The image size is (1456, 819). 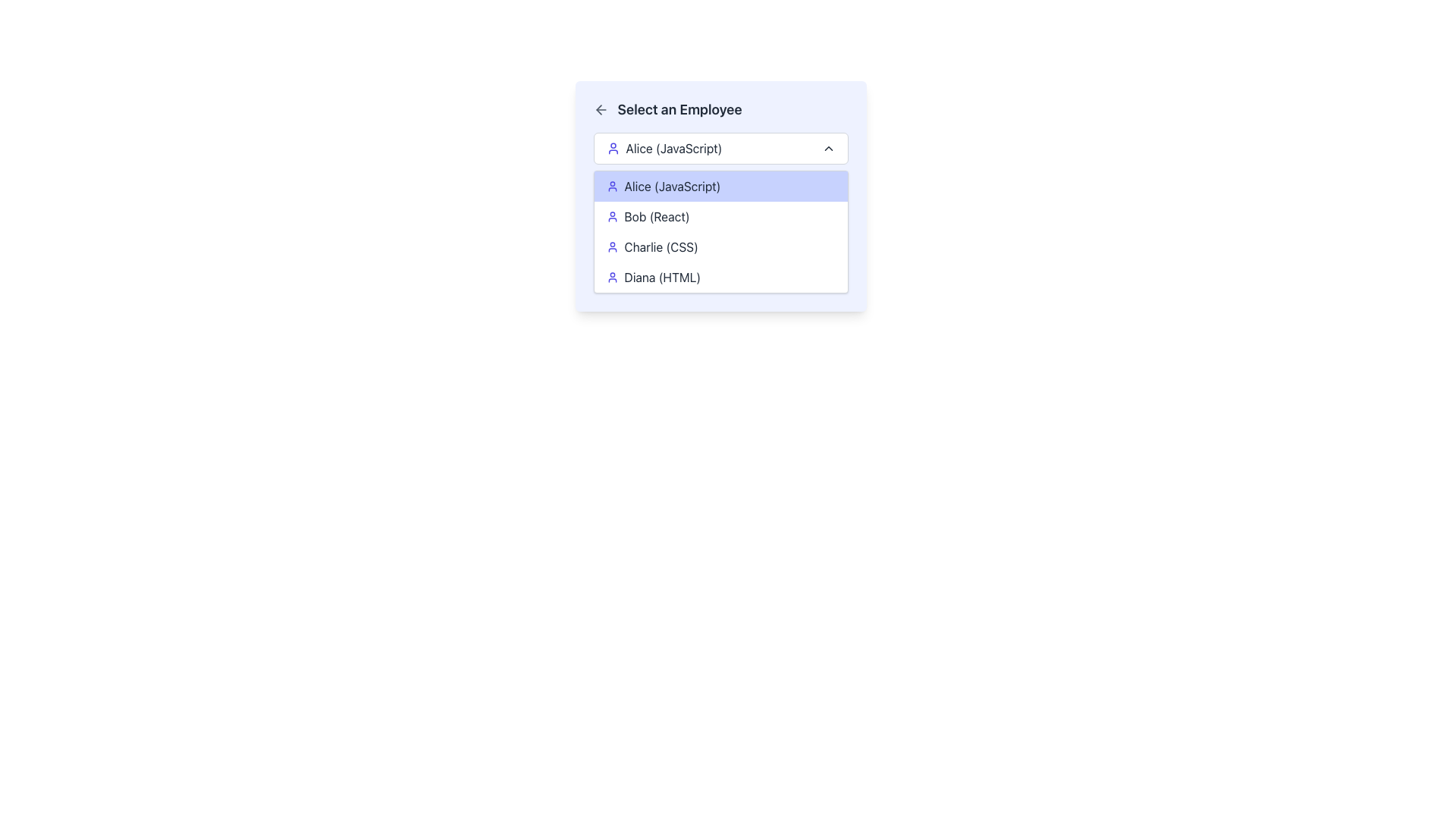 What do you see at coordinates (664, 149) in the screenshot?
I see `the dropdown list item labeled 'Alice (JavaScript)' in the 'Select an Employee' dropdown` at bounding box center [664, 149].